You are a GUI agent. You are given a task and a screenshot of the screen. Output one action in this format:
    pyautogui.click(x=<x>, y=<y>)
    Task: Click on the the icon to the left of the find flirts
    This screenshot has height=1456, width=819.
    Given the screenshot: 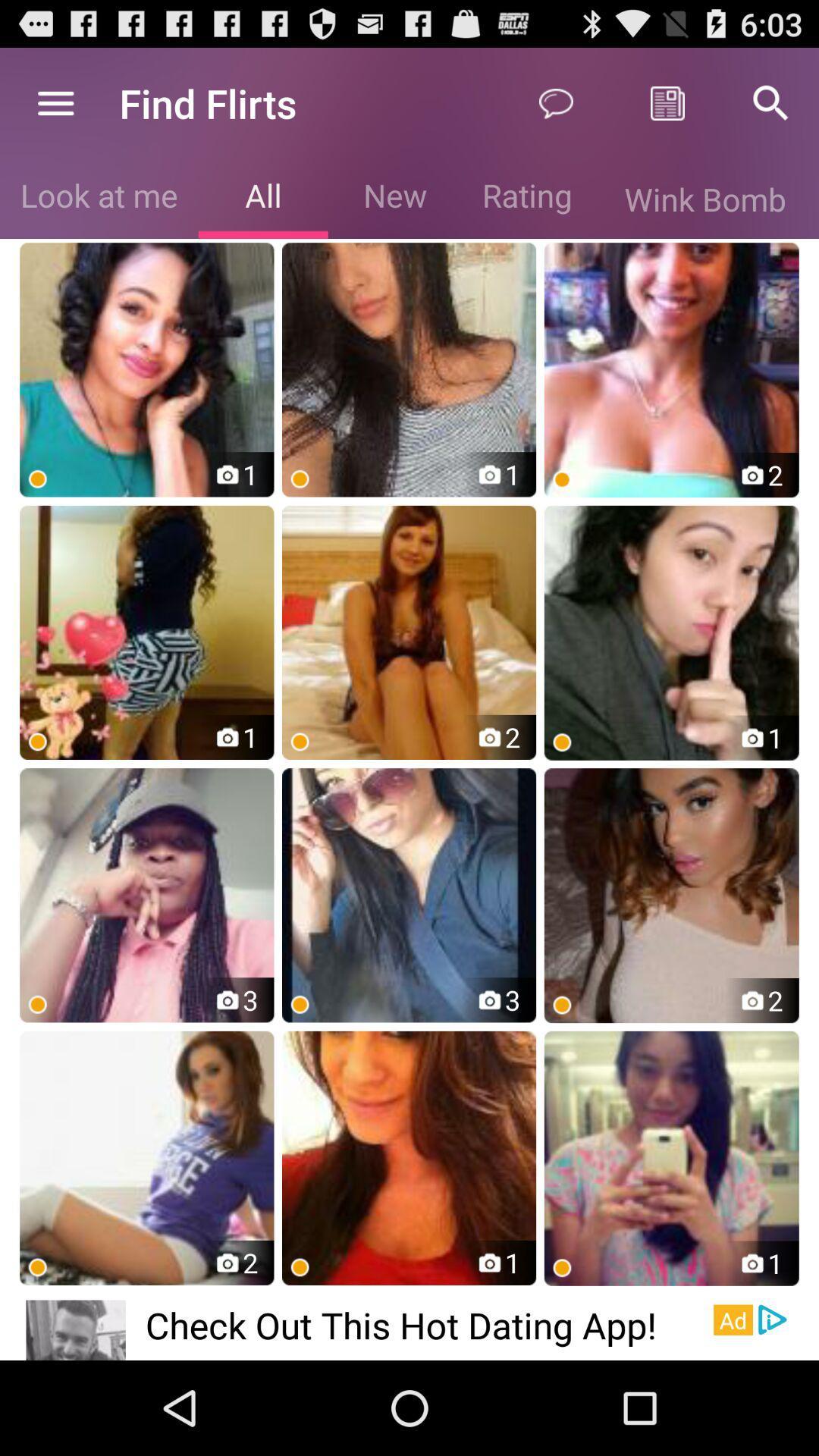 What is the action you would take?
    pyautogui.click(x=55, y=102)
    